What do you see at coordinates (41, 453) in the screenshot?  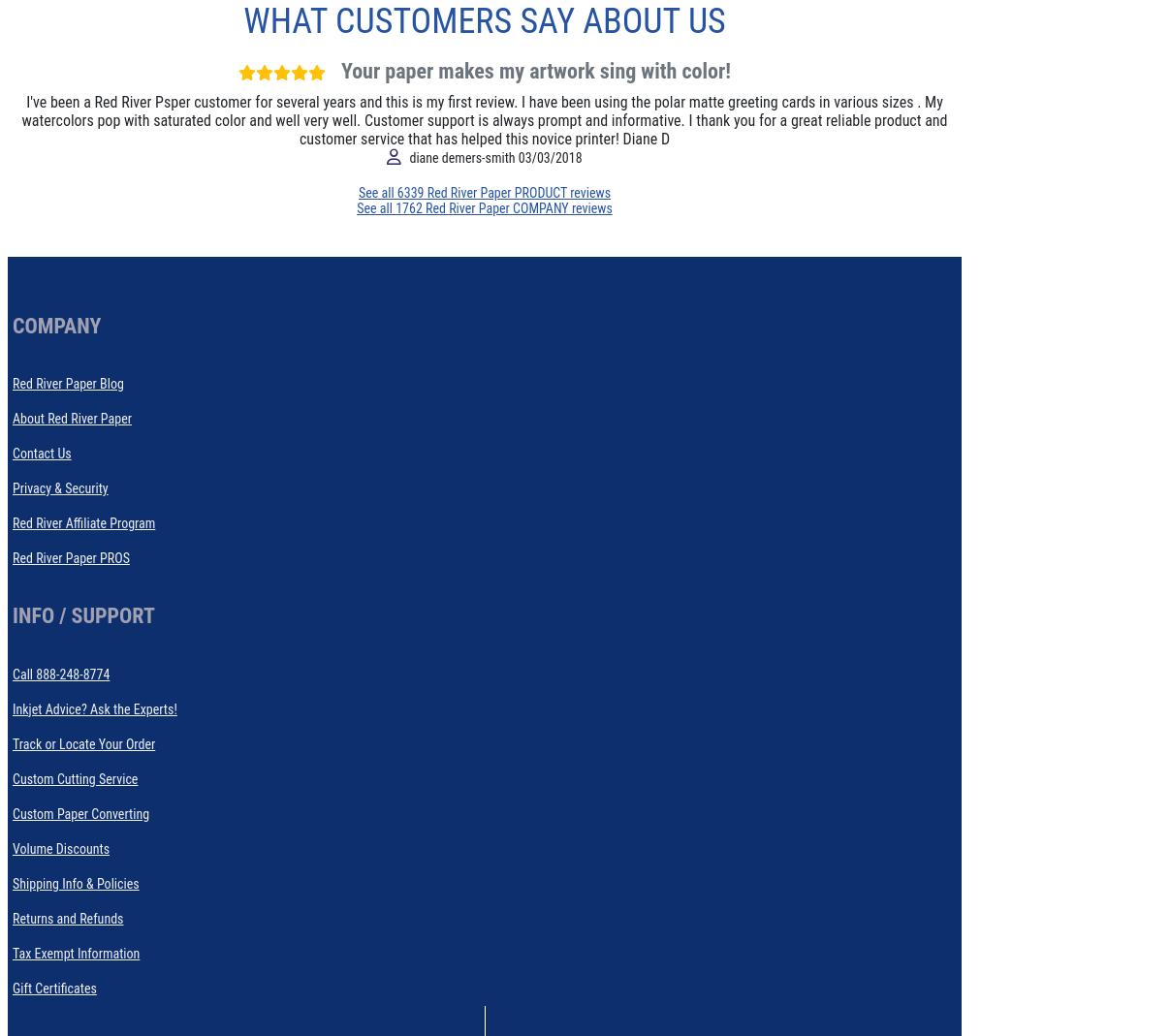 I see `'Contact Us'` at bounding box center [41, 453].